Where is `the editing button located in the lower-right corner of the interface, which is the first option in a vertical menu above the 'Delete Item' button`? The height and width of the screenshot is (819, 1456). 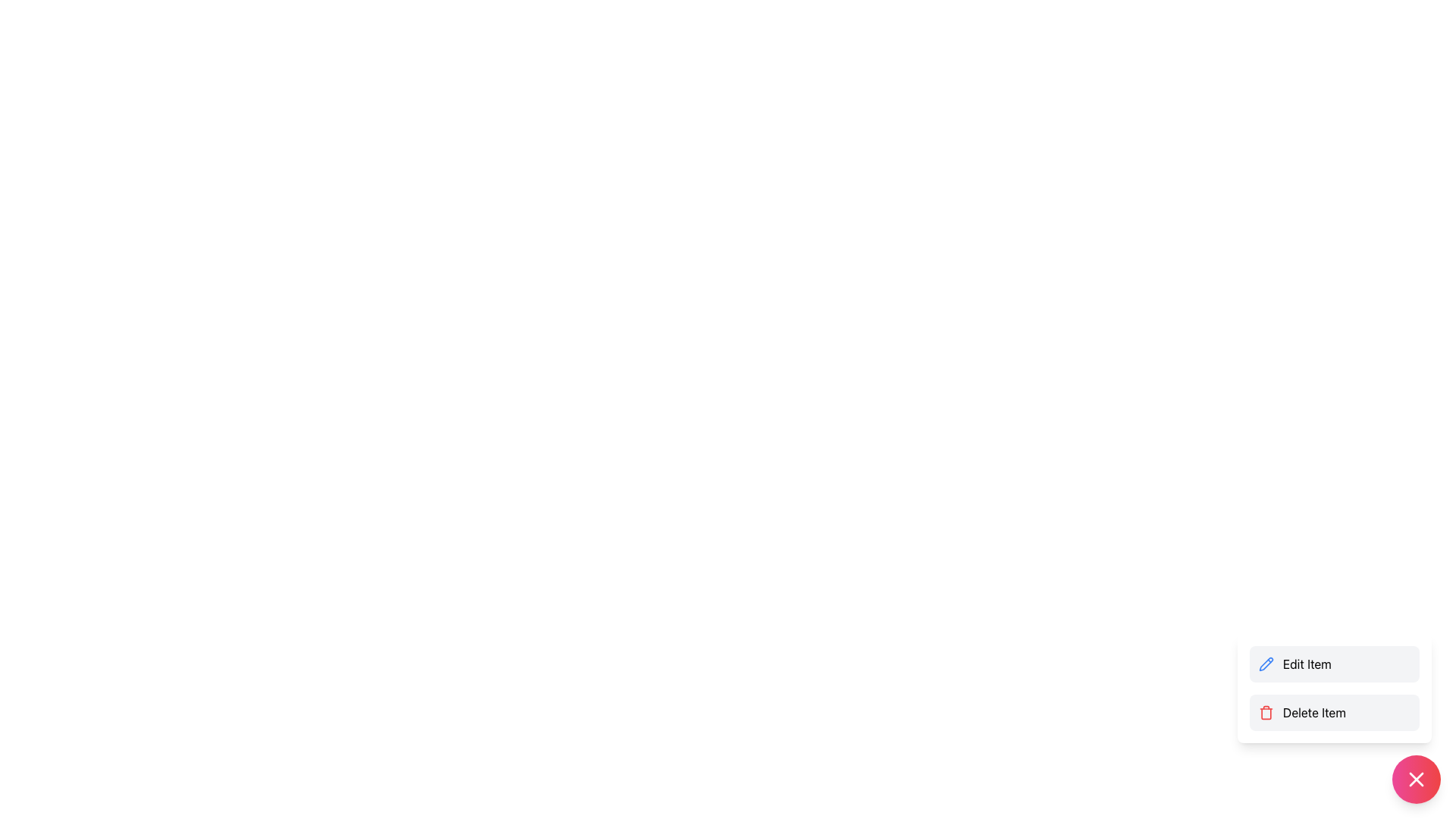 the editing button located in the lower-right corner of the interface, which is the first option in a vertical menu above the 'Delete Item' button is located at coordinates (1335, 663).